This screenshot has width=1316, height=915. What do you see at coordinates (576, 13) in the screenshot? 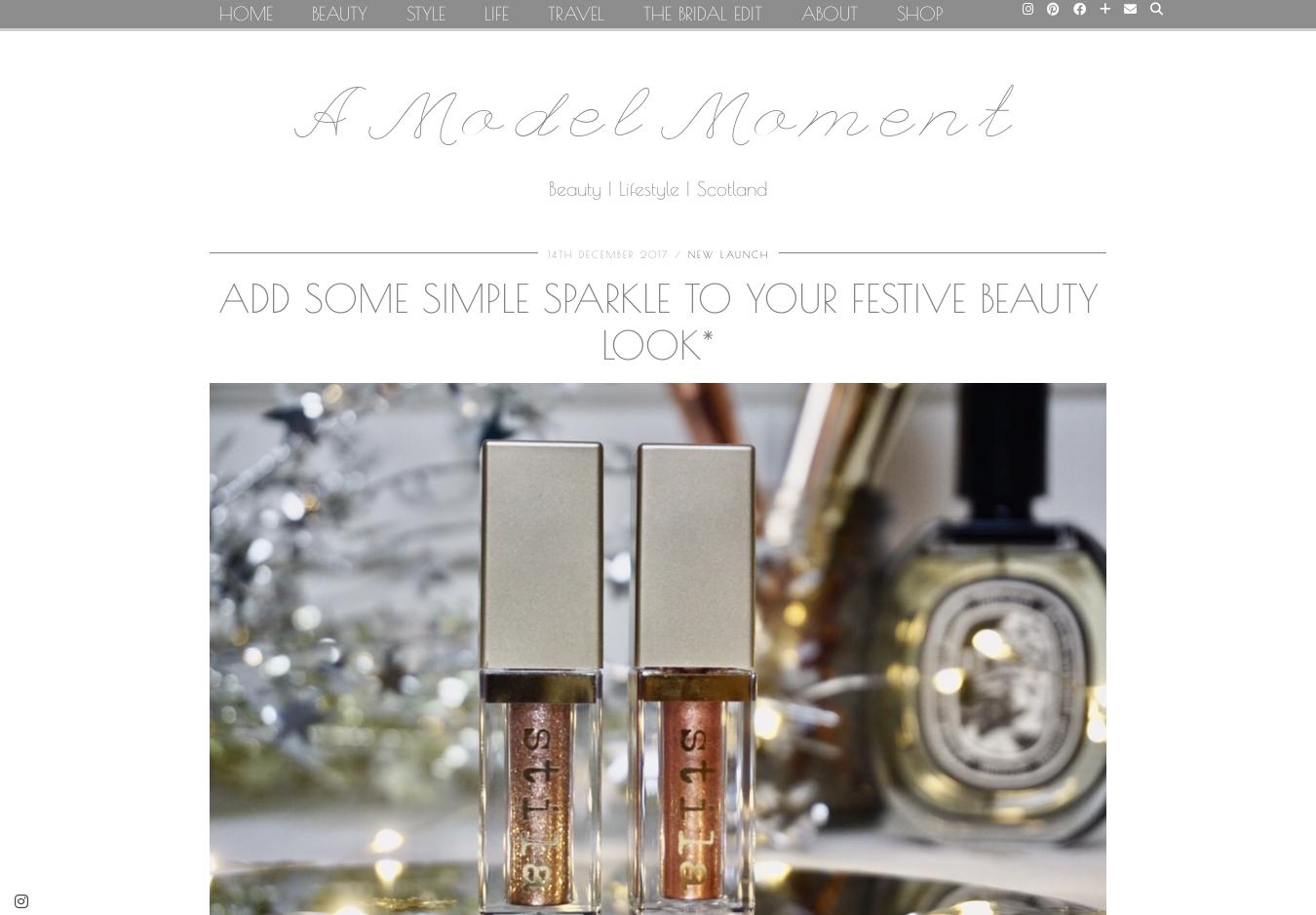
I see `'Travel'` at bounding box center [576, 13].